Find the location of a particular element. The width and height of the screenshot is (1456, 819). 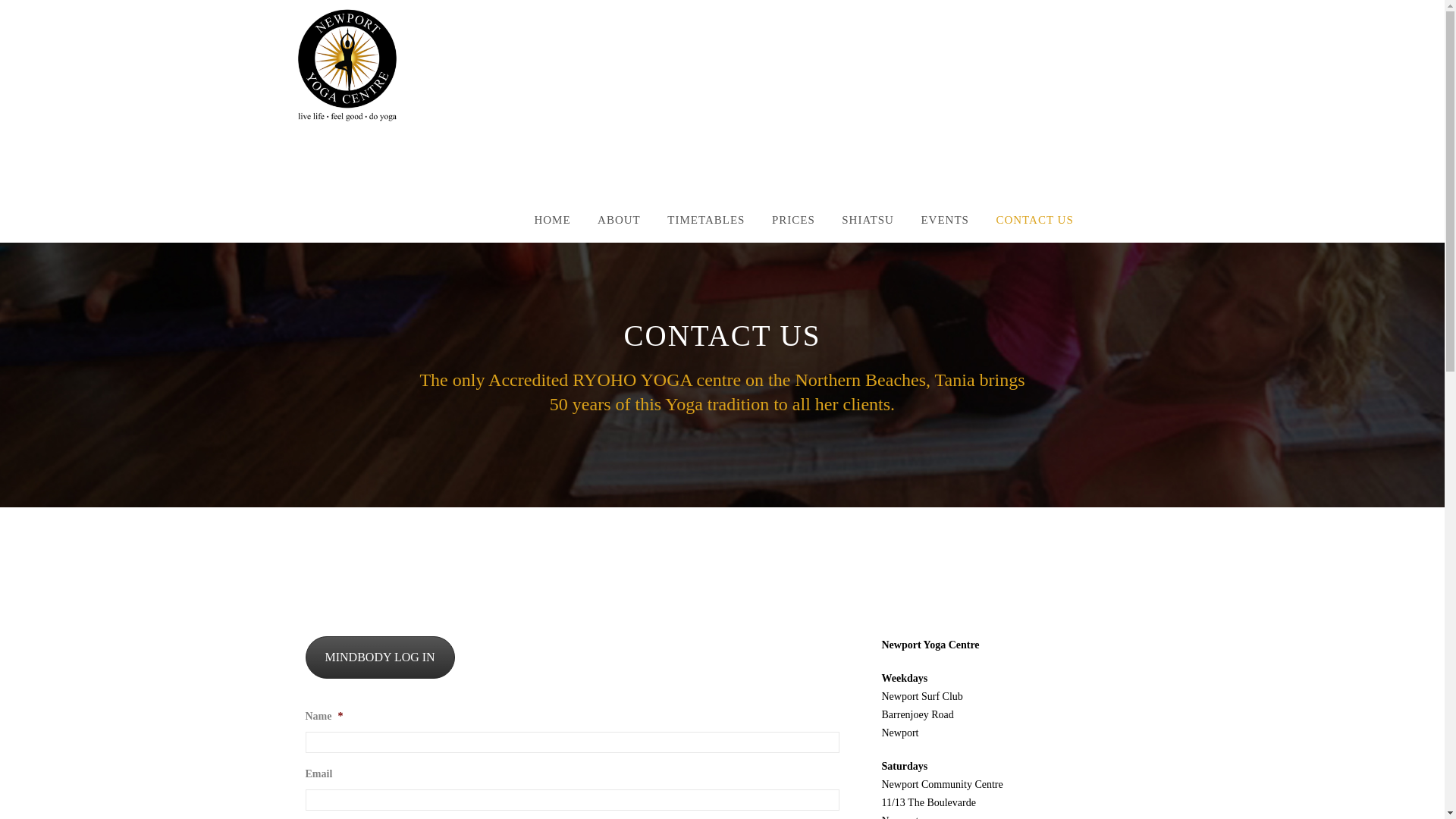

'EVENTS' is located at coordinates (944, 228).